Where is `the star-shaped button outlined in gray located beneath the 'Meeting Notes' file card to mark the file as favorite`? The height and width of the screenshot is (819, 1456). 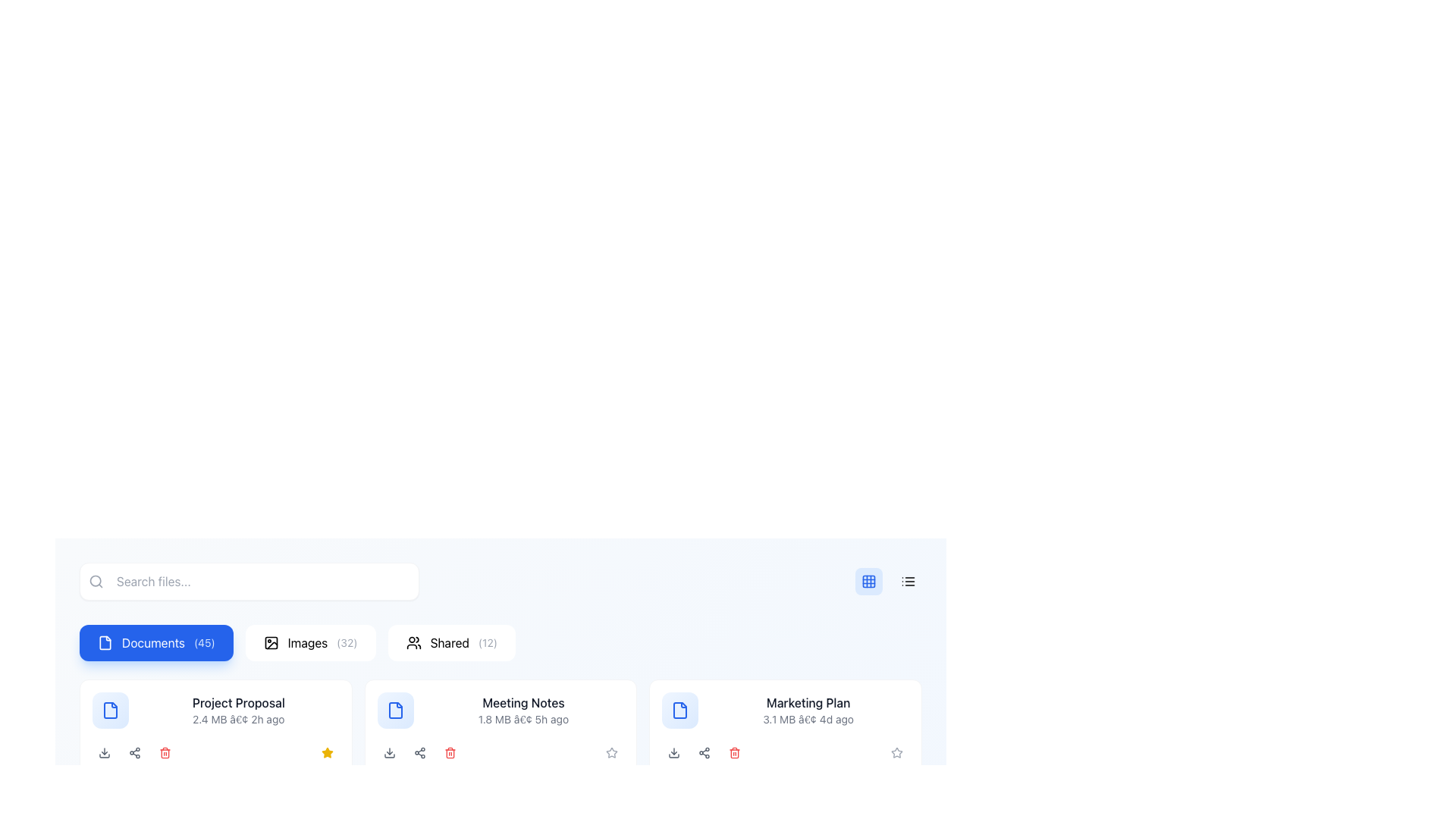 the star-shaped button outlined in gray located beneath the 'Meeting Notes' file card to mark the file as favorite is located at coordinates (612, 752).